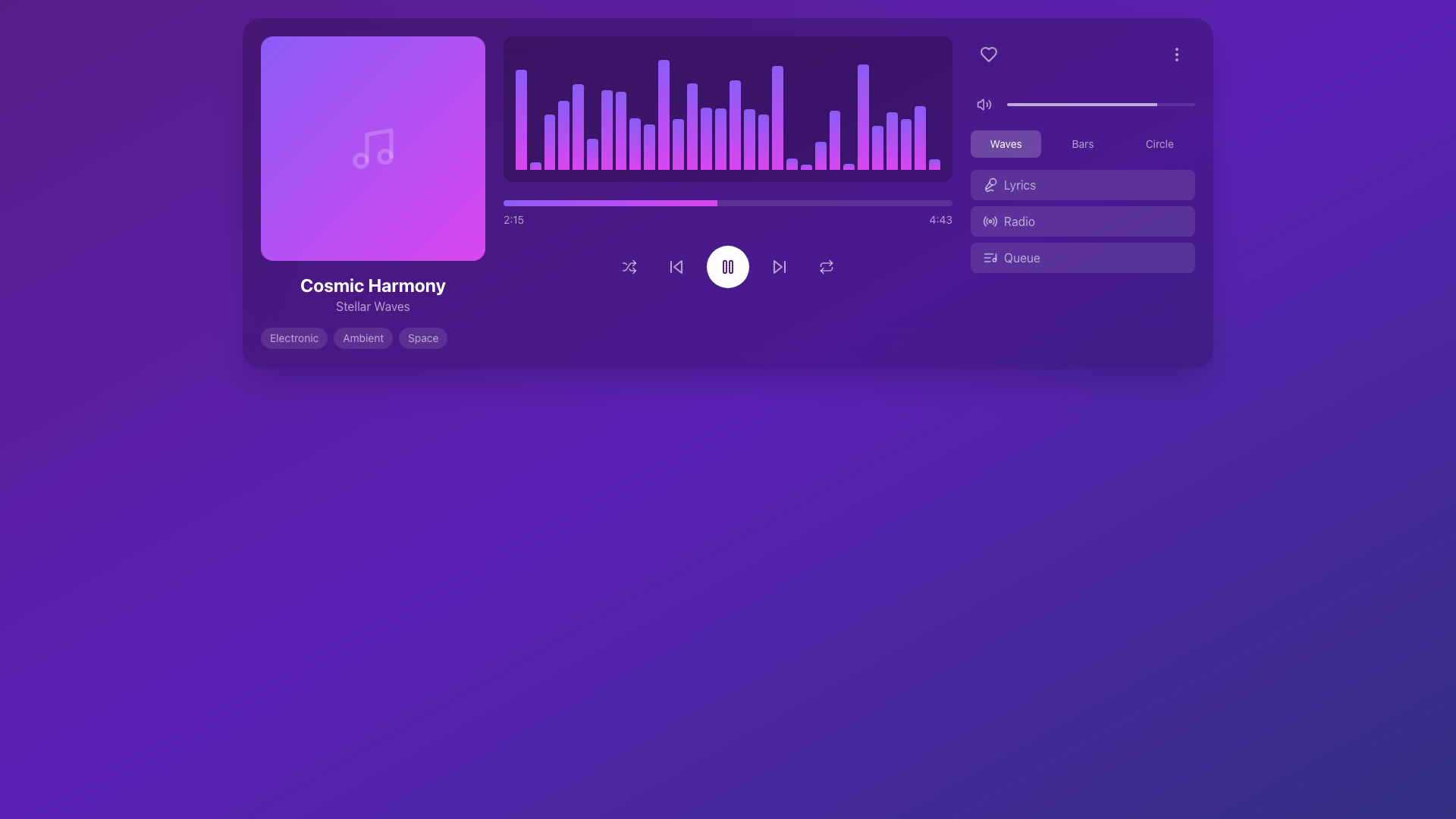  Describe the element at coordinates (544, 202) in the screenshot. I see `the progress bar value` at that location.